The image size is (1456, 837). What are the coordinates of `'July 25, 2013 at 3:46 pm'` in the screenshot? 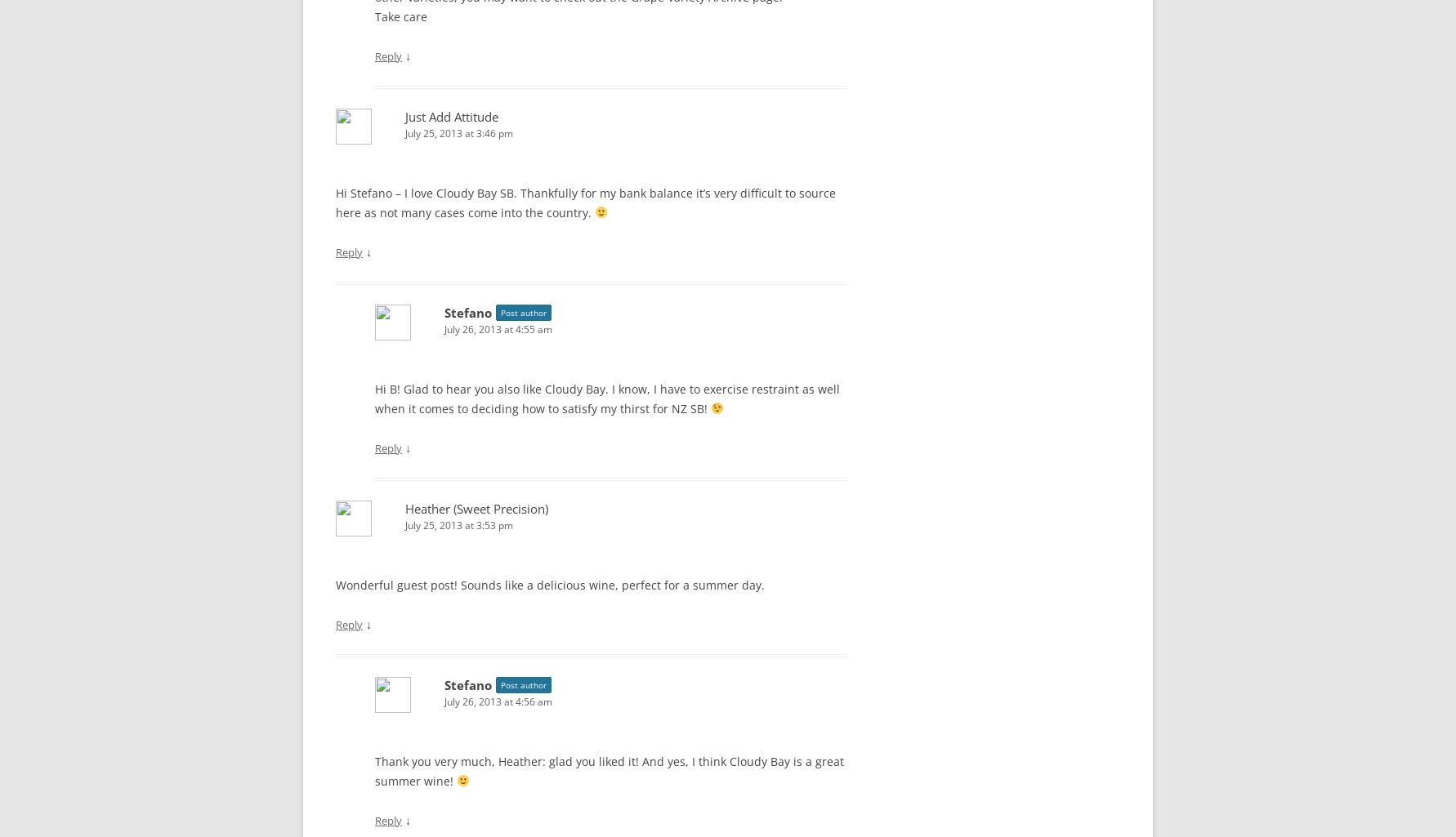 It's located at (459, 132).